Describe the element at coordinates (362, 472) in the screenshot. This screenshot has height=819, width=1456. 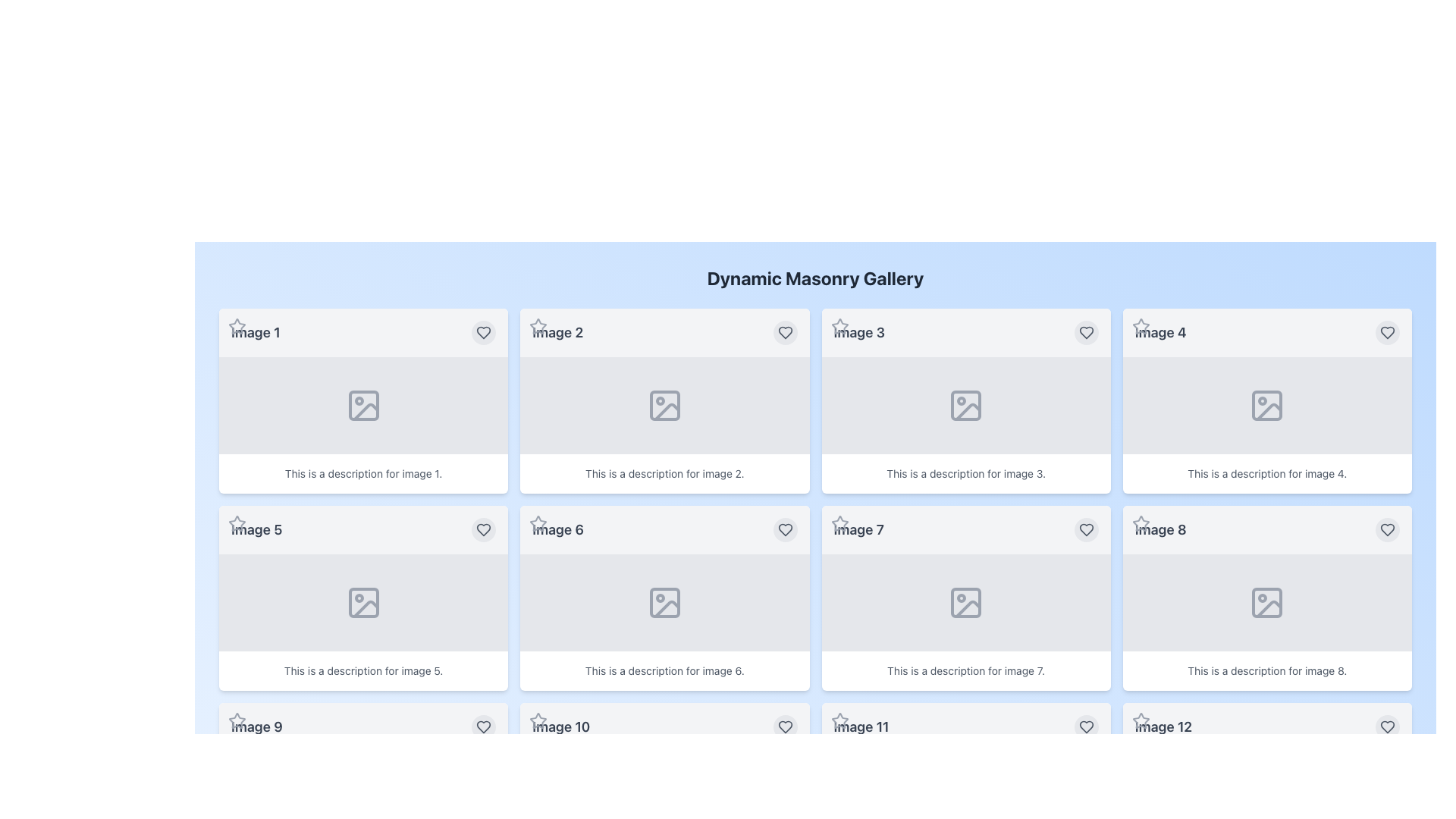
I see `text block containing the sentence 'This is a description for image 1.' located at the bottom of the card for 'Image 1'` at that location.